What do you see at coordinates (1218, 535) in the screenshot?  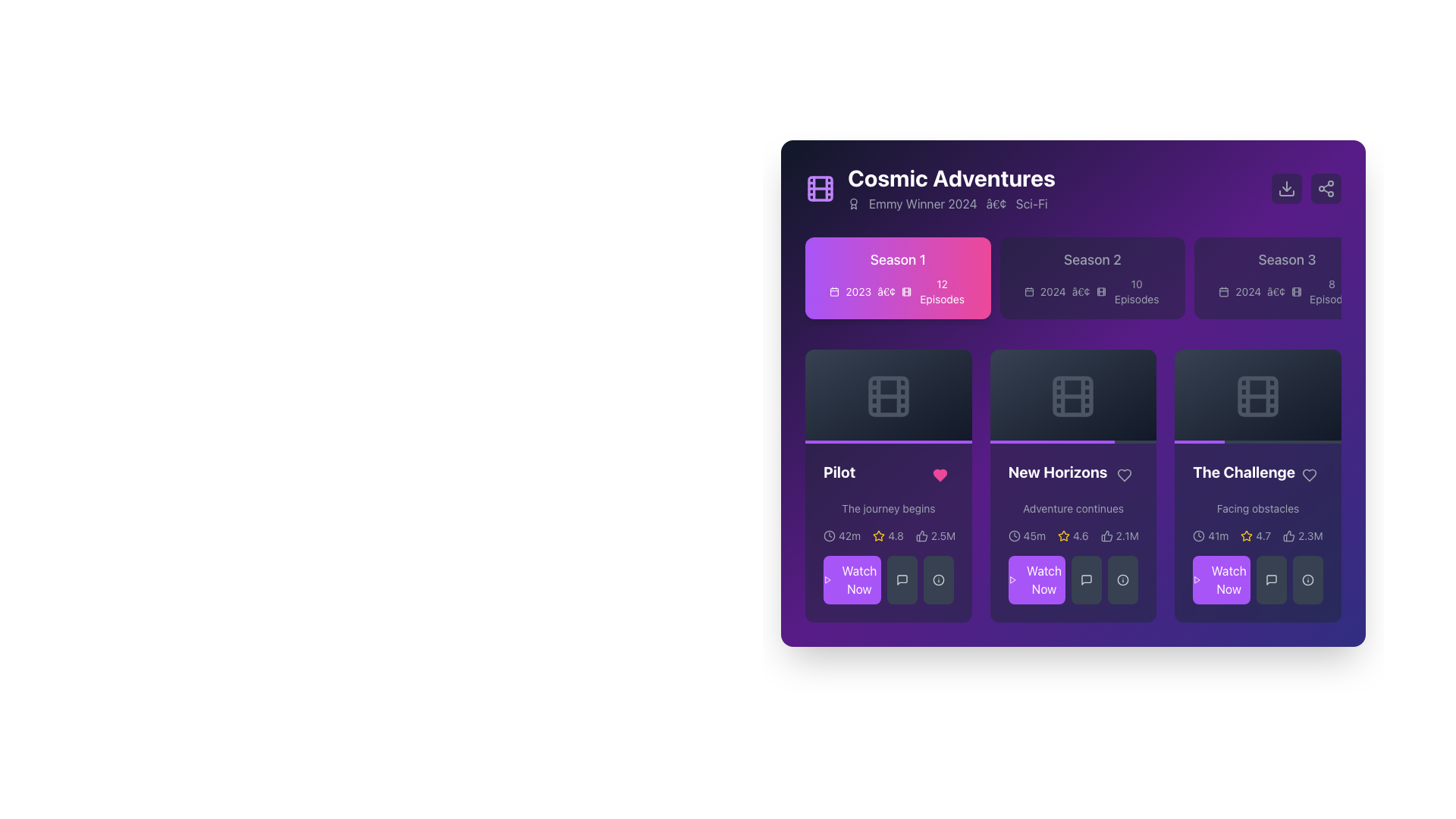 I see `the Text Label indicating the duration of the episode 'The Challenge', which specifies a runtime of 41 minutes, located to the right of the clock icon on the third card in the episode grid` at bounding box center [1218, 535].